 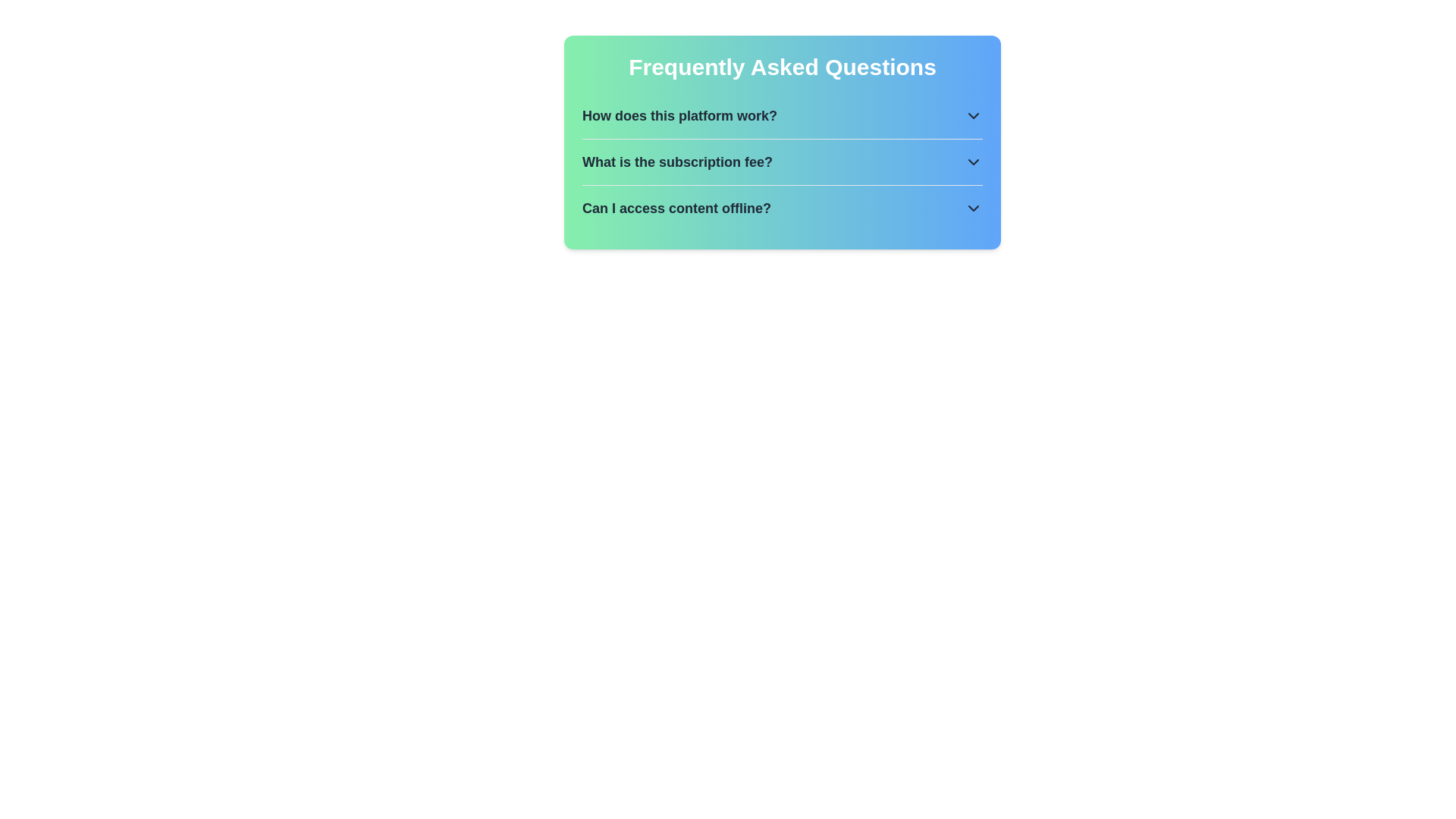 What do you see at coordinates (783, 115) in the screenshot?
I see `the Dropdown toggle button located in the FAQ section to observe styling changes` at bounding box center [783, 115].